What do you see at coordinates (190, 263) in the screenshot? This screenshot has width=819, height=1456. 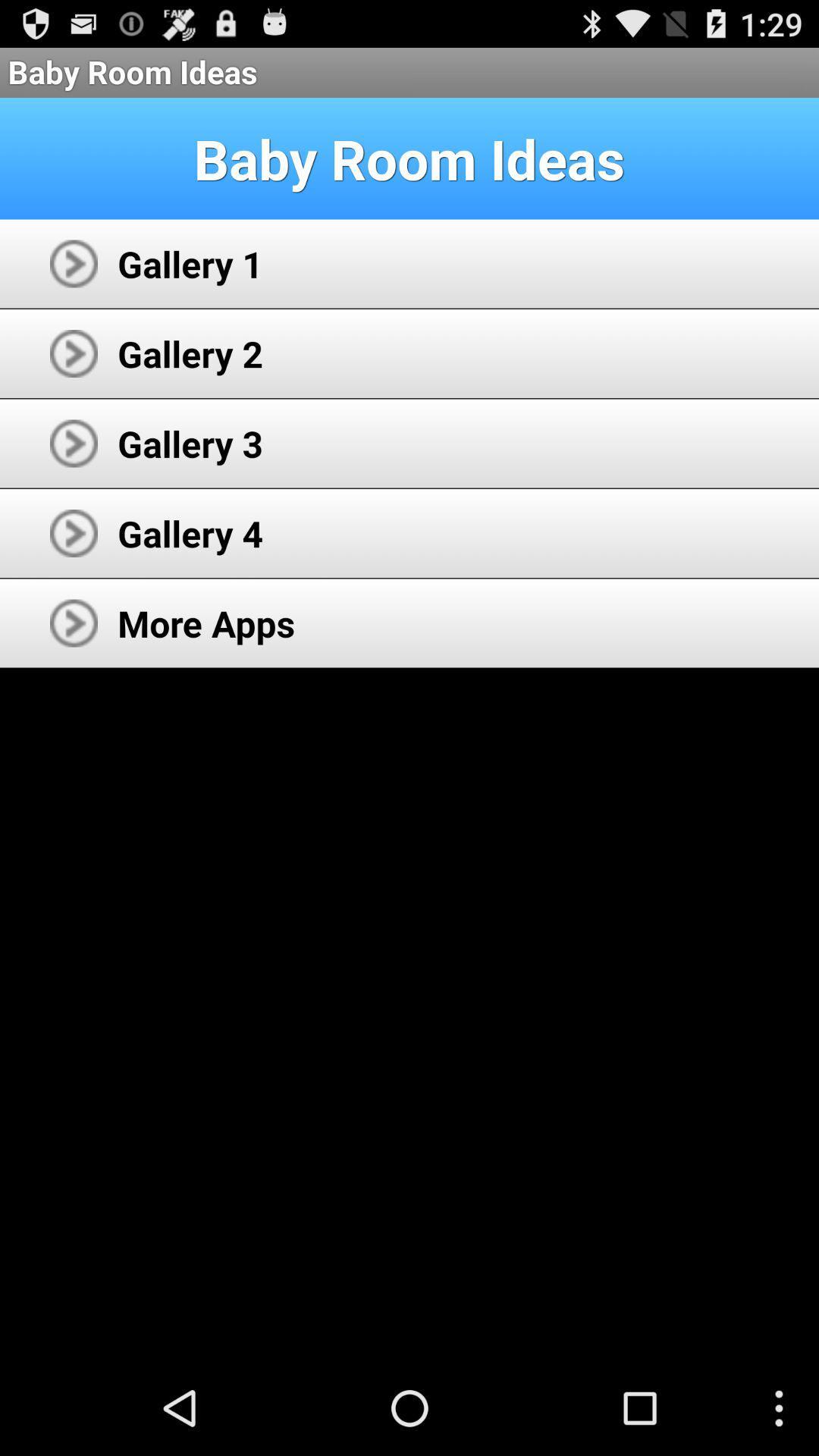 I see `app above gallery 2` at bounding box center [190, 263].